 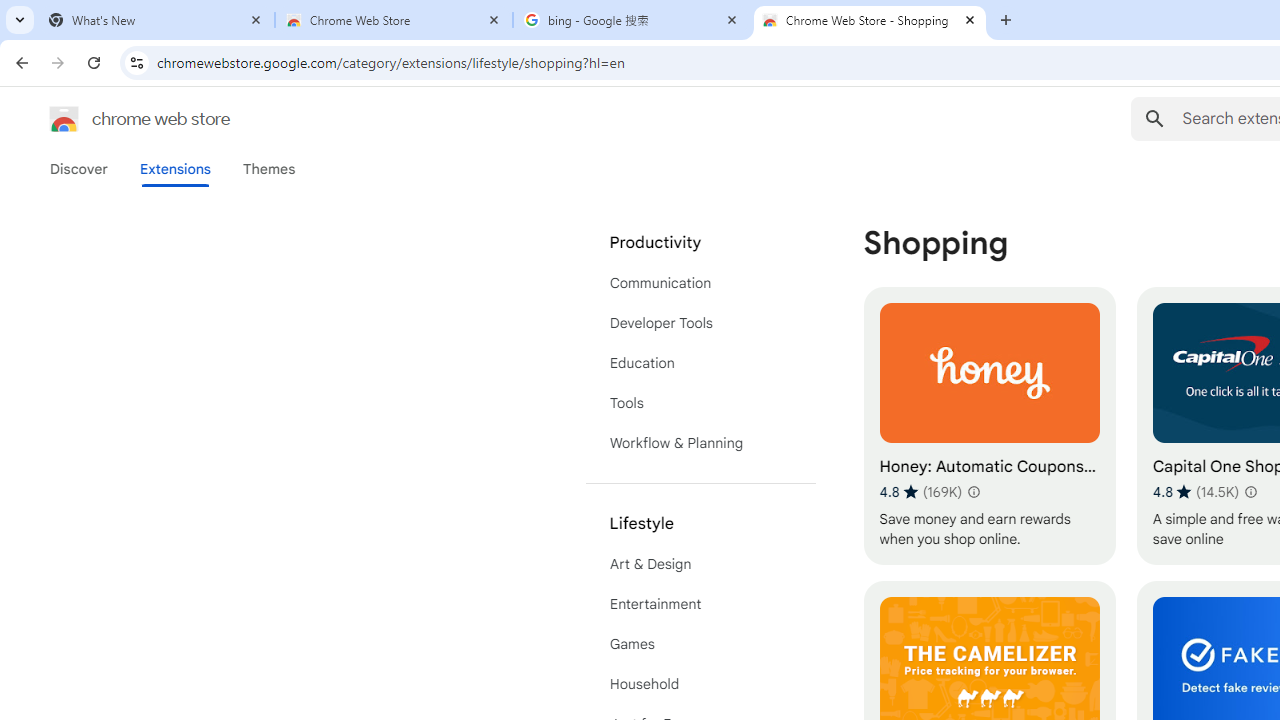 I want to click on 'Honey: Automatic Coupons & Rewards', so click(x=989, y=425).